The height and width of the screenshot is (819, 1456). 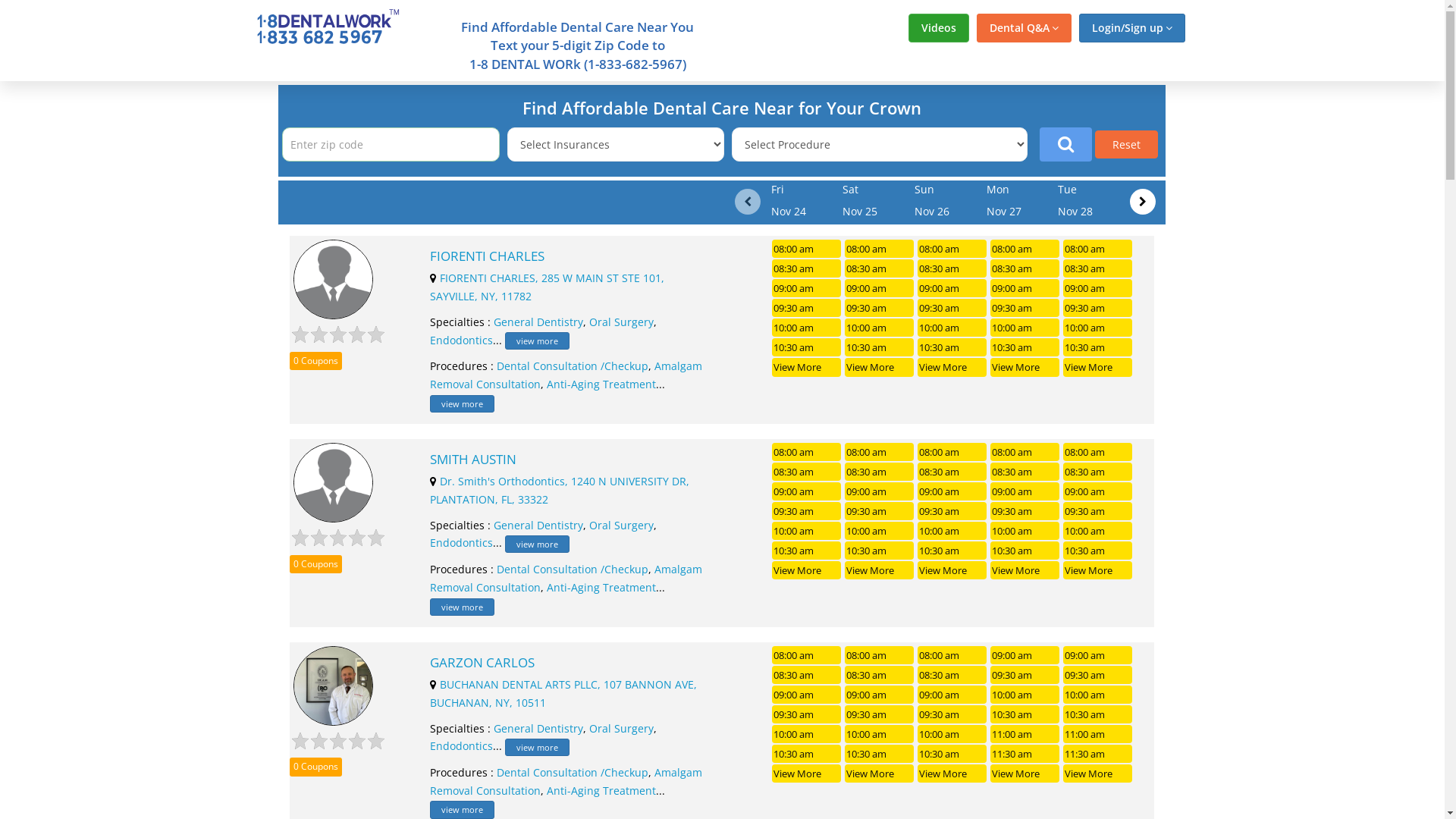 I want to click on 'General Dentistry', so click(x=494, y=321).